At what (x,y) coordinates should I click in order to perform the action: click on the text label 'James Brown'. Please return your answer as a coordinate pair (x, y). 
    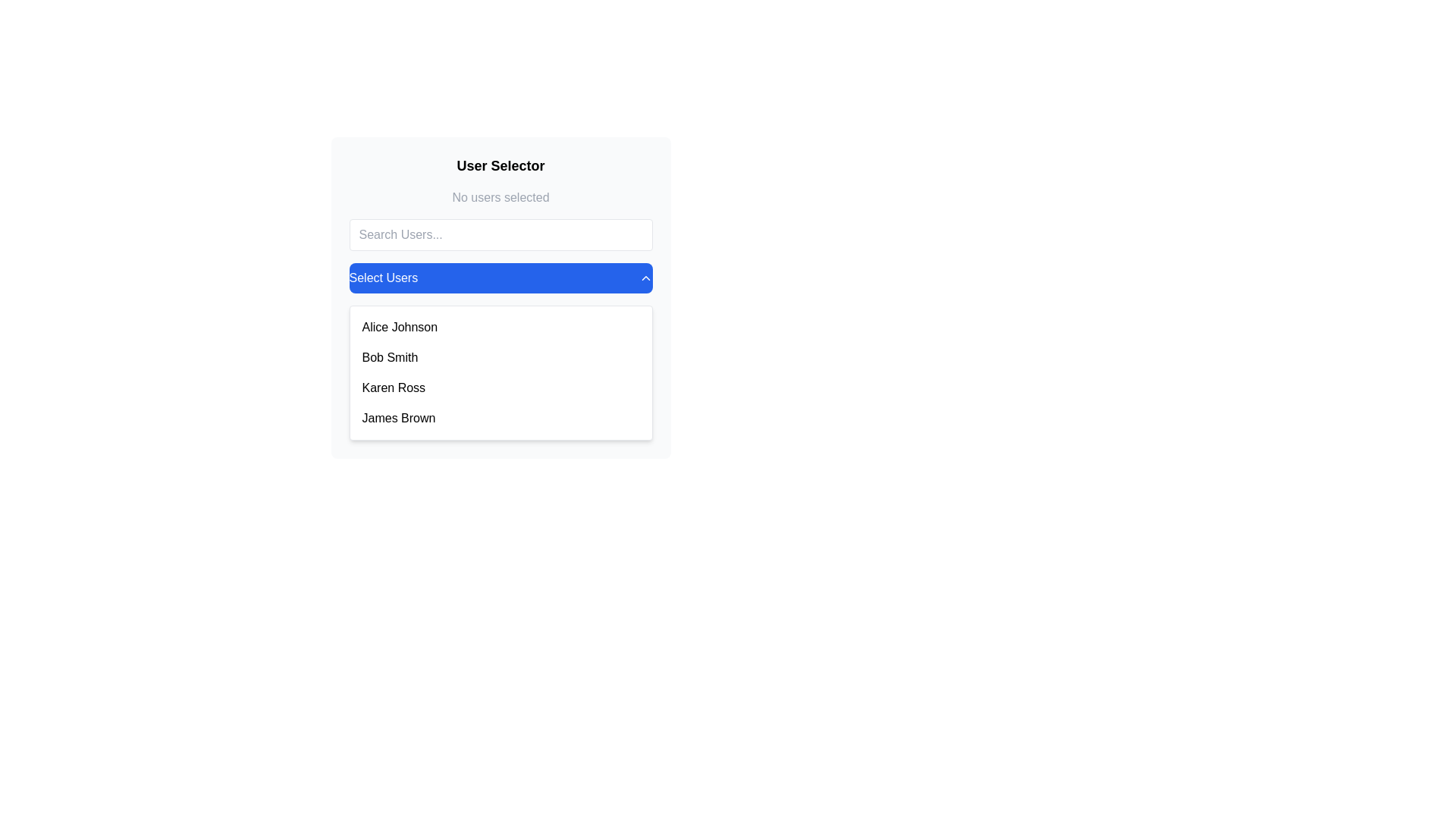
    Looking at the image, I should click on (398, 418).